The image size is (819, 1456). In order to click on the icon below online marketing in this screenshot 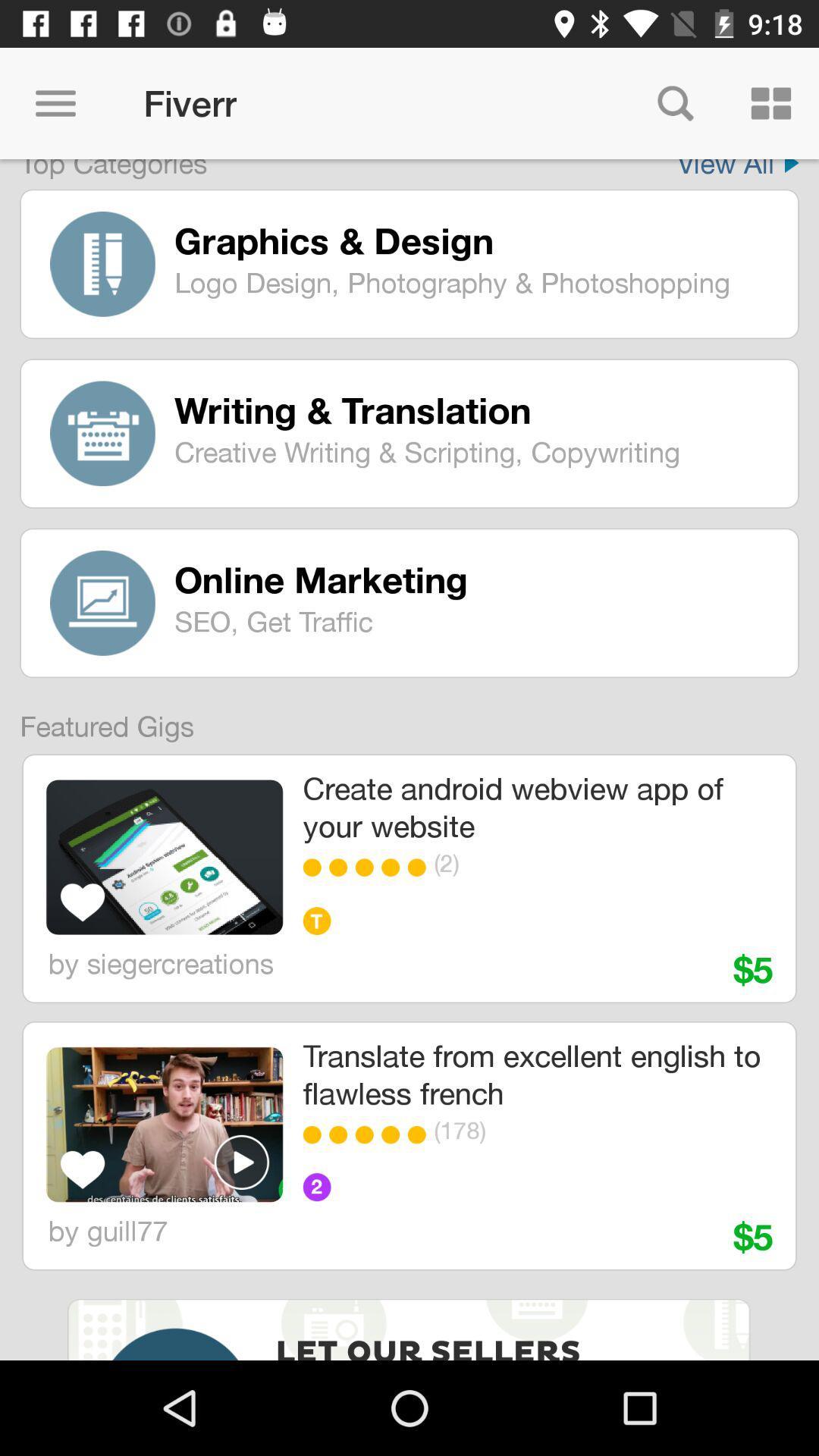, I will do `click(475, 621)`.